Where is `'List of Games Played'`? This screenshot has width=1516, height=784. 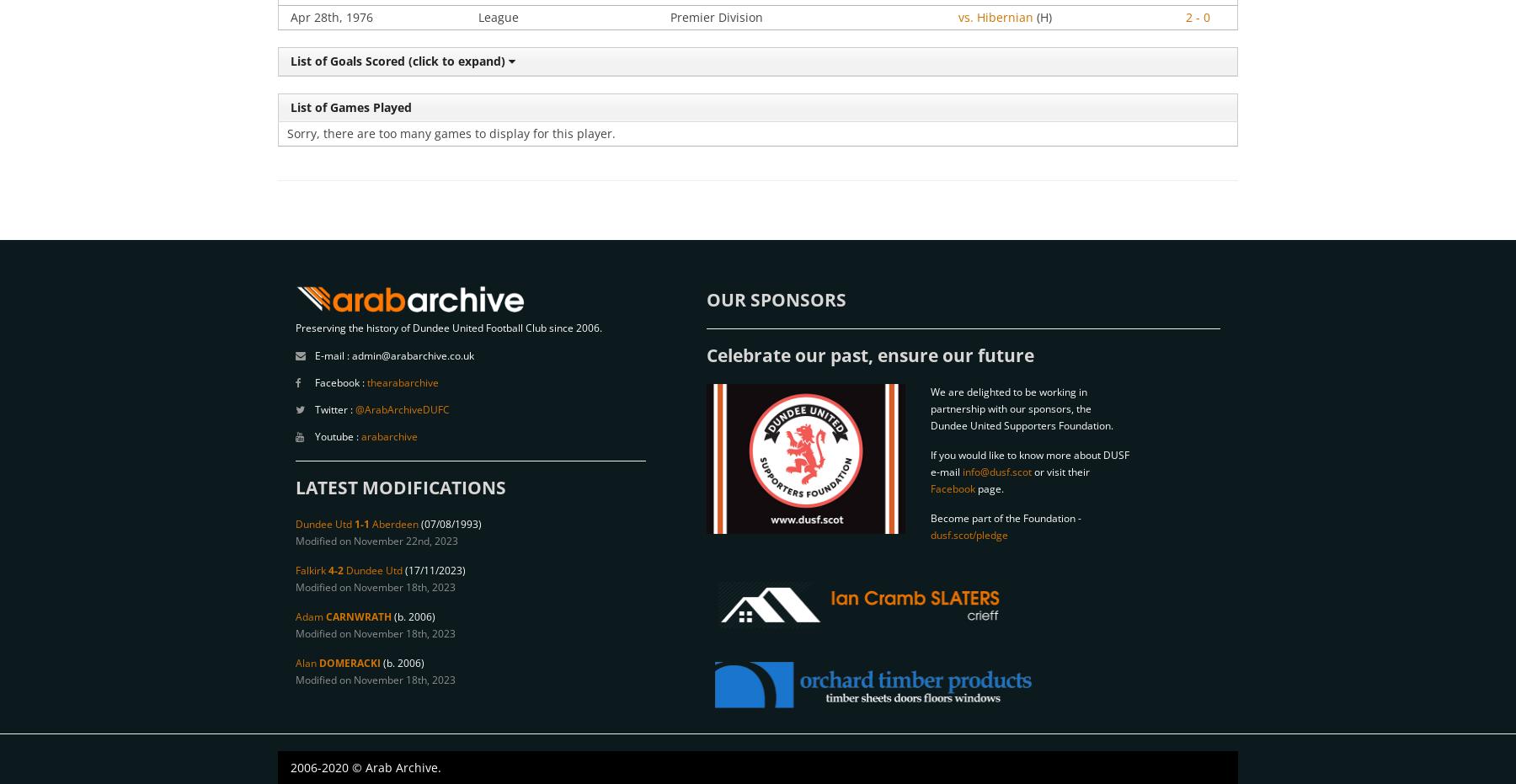
'List of Games Played' is located at coordinates (286, 106).